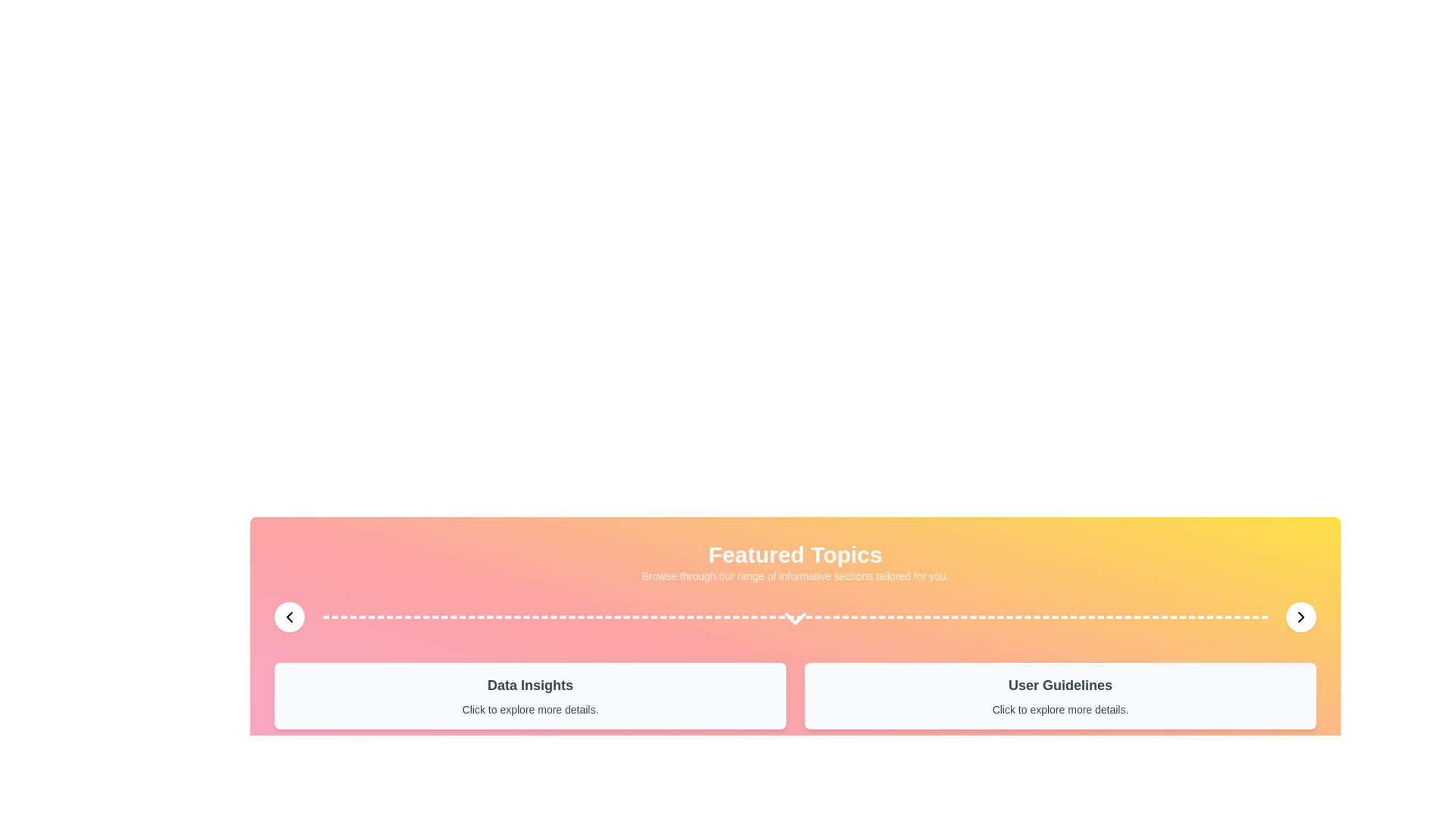 The image size is (1456, 819). What do you see at coordinates (795, 617) in the screenshot?
I see `the center icon of the Navigation control located below the 'Featured Topics' title` at bounding box center [795, 617].